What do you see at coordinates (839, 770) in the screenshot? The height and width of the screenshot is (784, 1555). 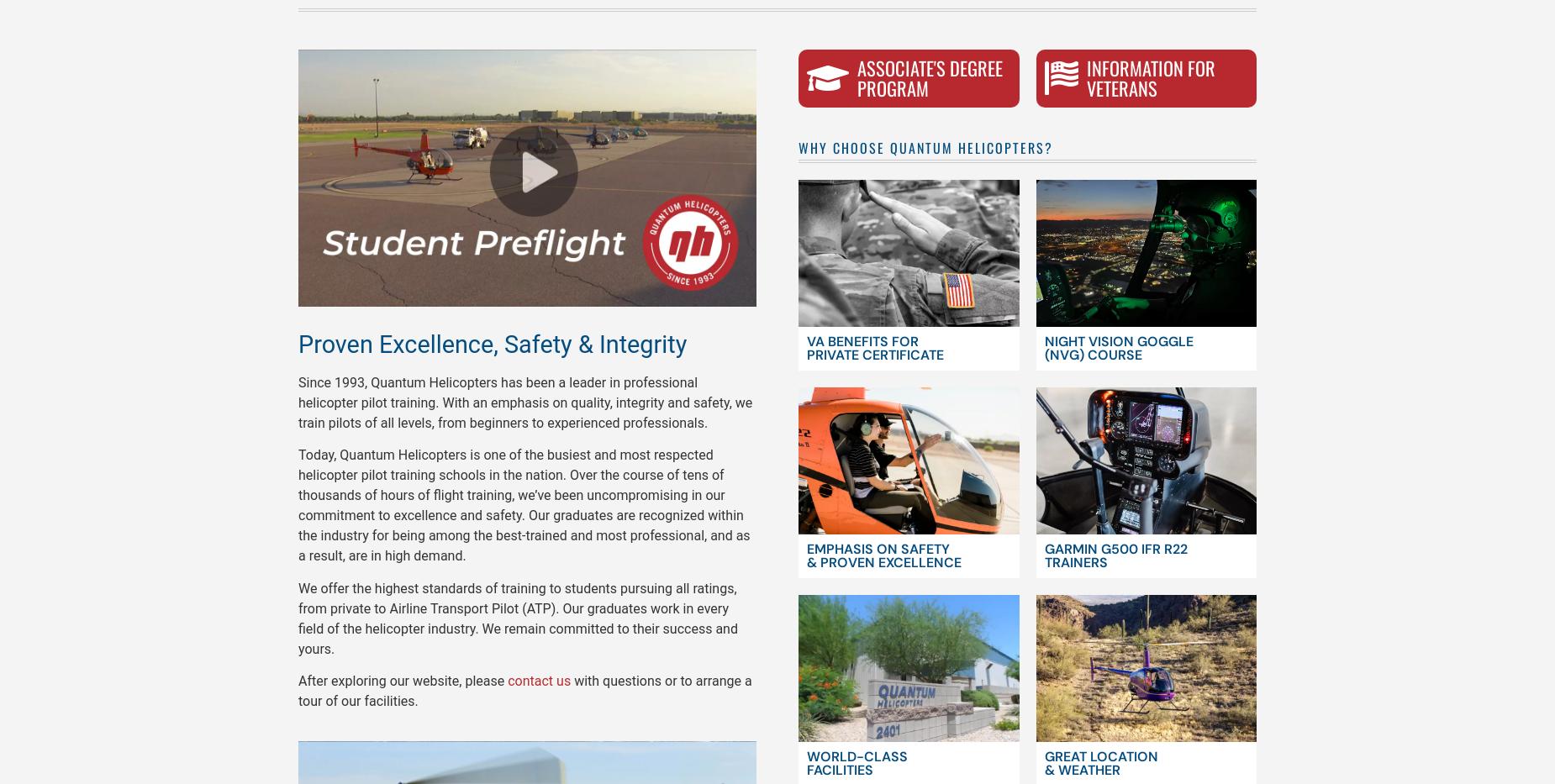 I see `'Facilities'` at bounding box center [839, 770].